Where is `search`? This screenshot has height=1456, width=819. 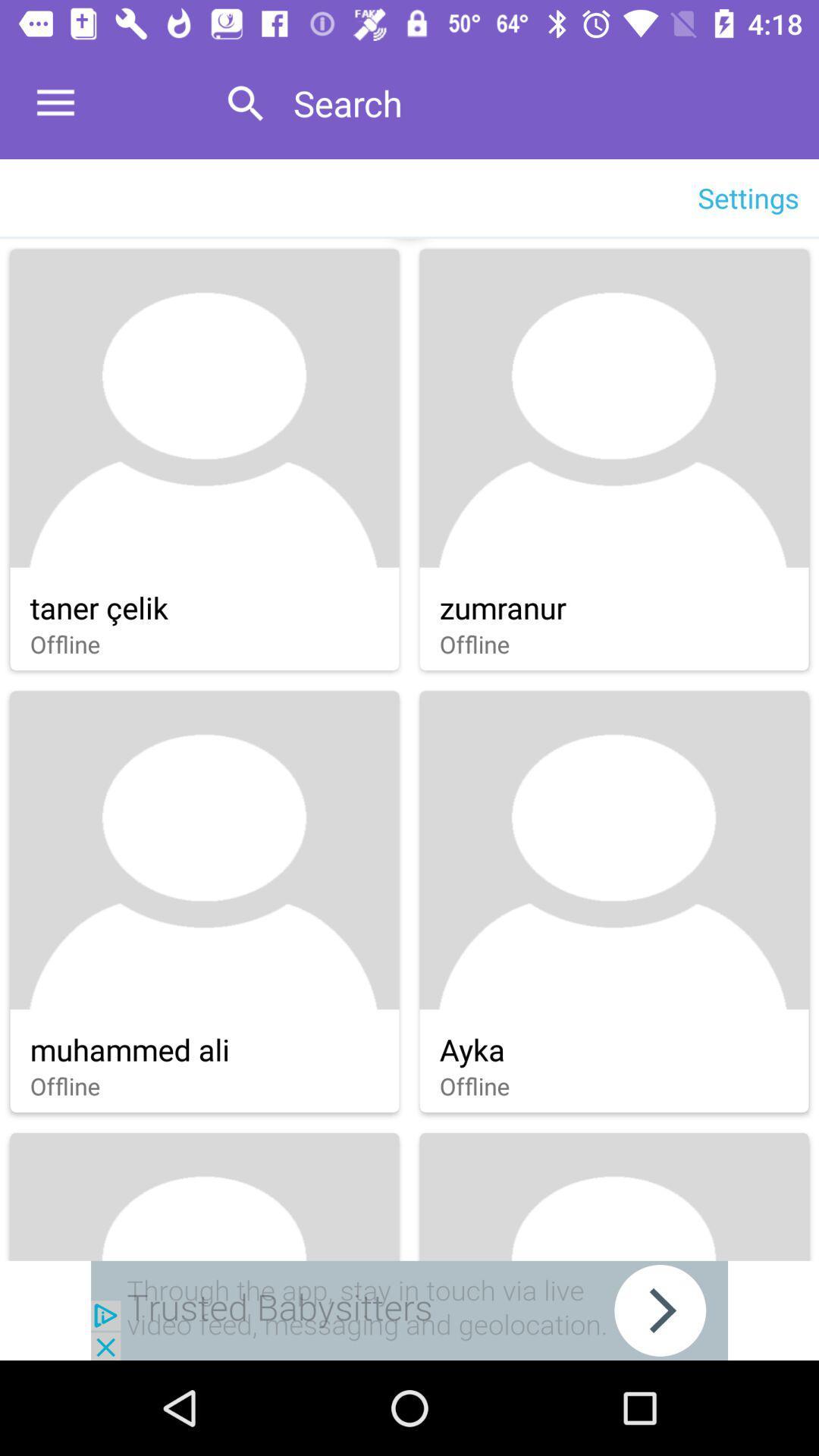 search is located at coordinates (539, 102).